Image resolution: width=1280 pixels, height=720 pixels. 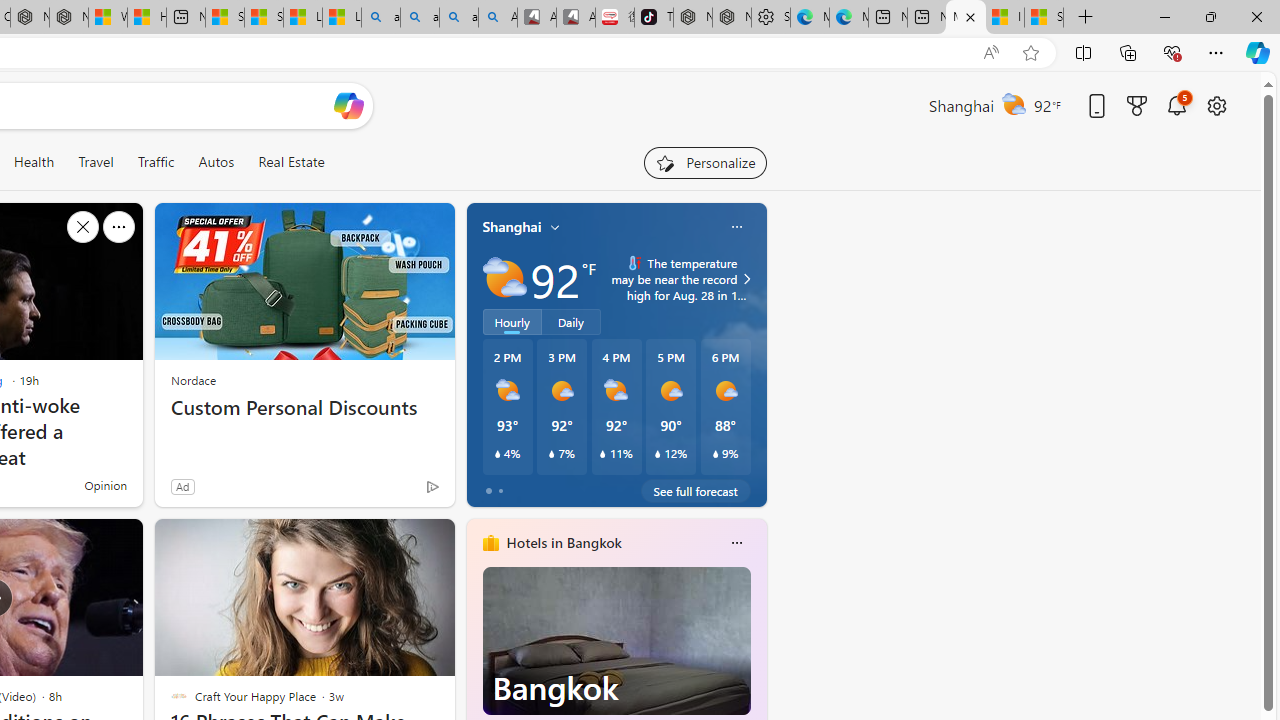 What do you see at coordinates (705, 162) in the screenshot?
I see `'Personalize your feed"'` at bounding box center [705, 162].